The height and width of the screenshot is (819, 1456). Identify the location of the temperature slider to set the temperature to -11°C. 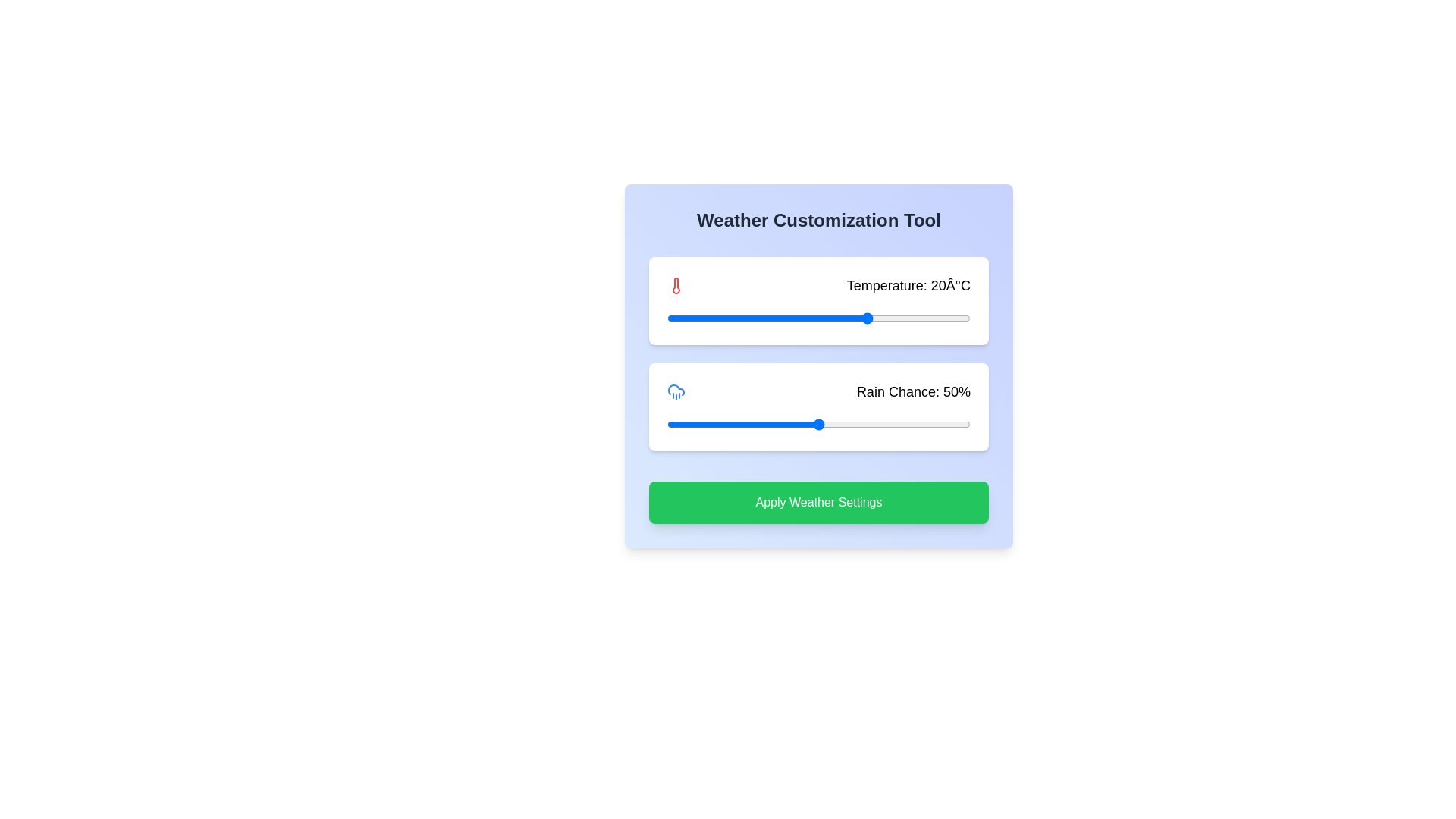
(712, 318).